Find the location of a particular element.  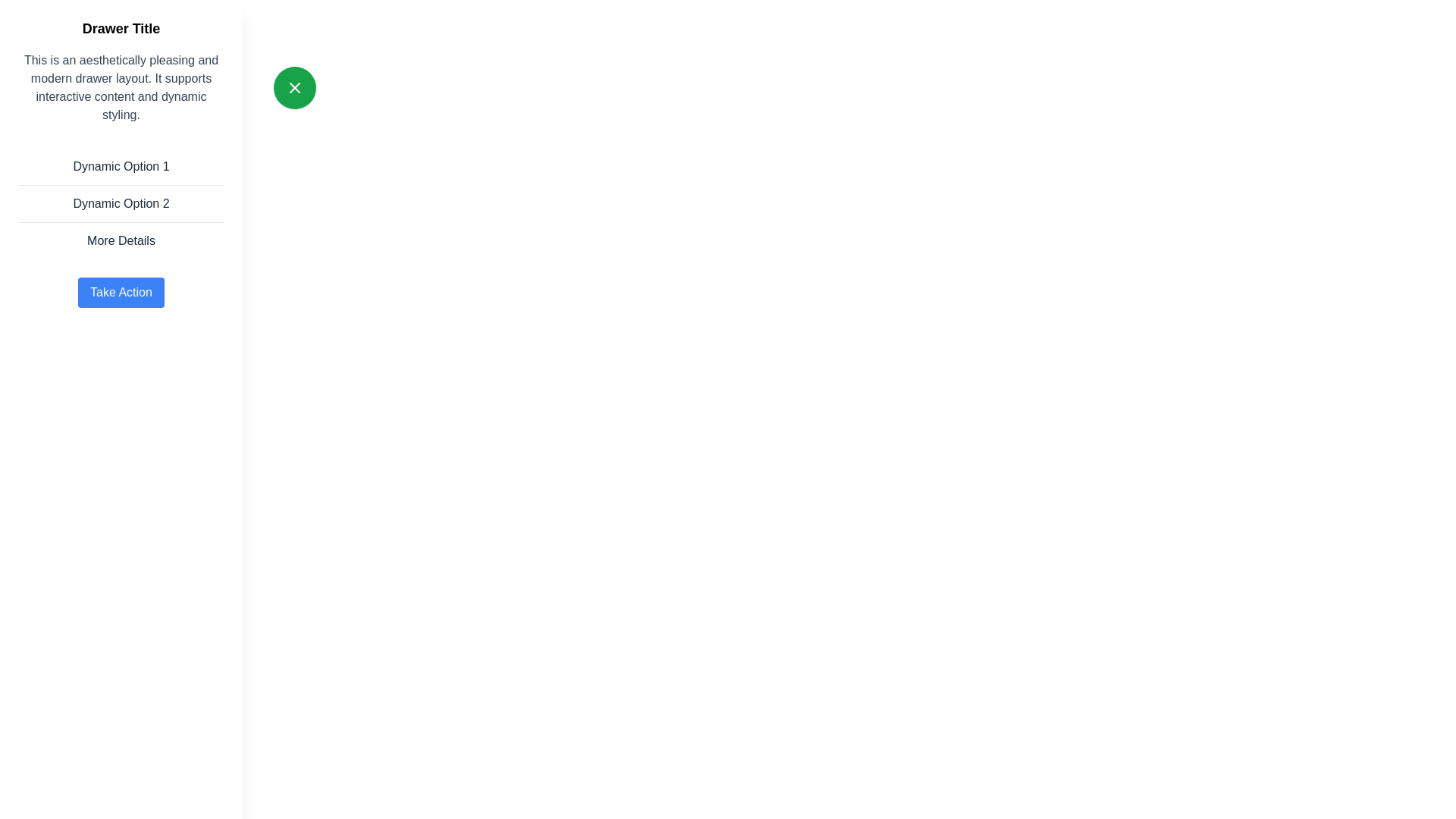

the green button to toggle the drawer is located at coordinates (294, 87).